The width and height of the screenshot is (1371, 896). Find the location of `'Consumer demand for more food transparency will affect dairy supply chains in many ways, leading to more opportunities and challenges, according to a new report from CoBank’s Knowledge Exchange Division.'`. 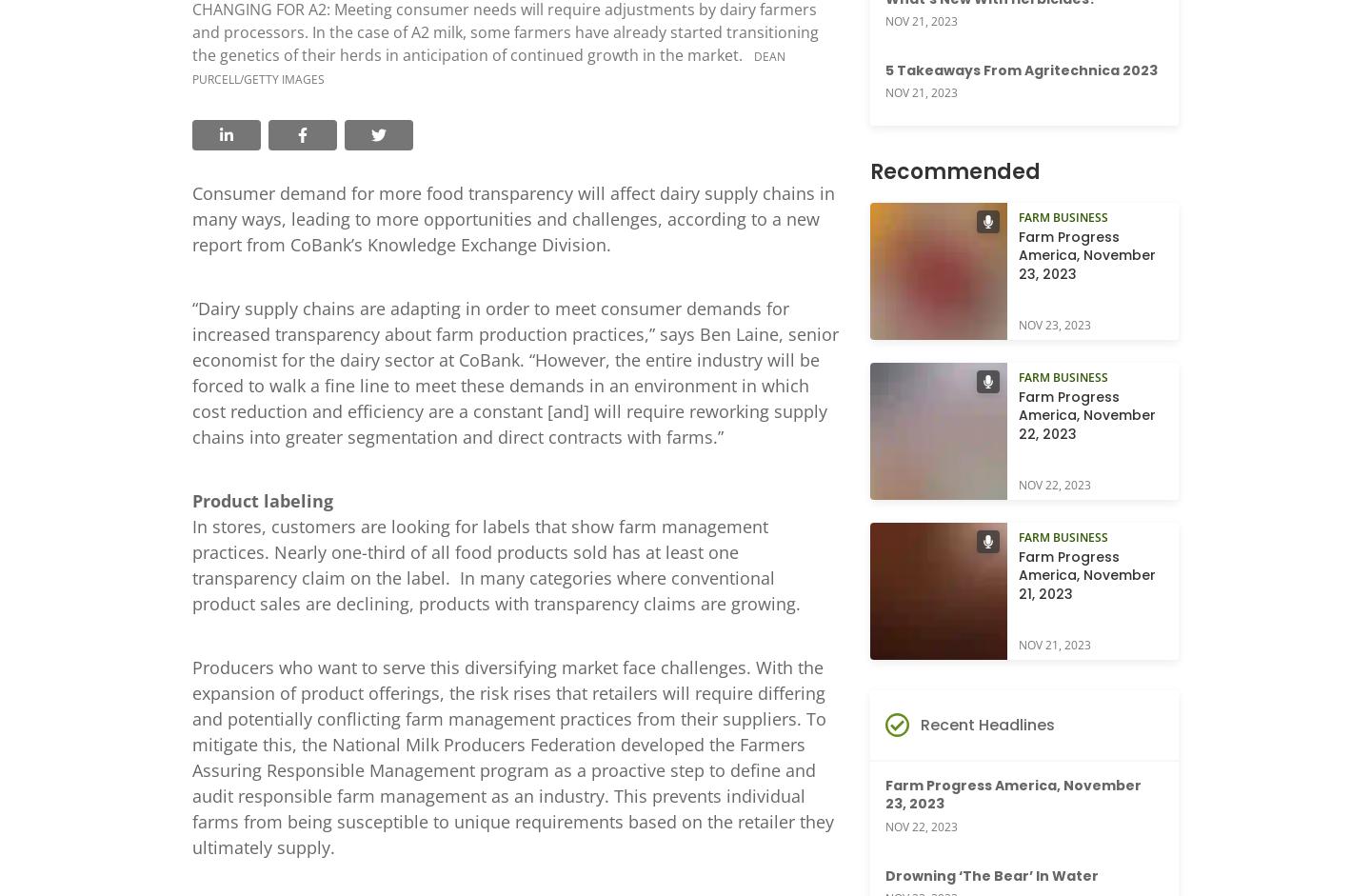

'Consumer demand for more food transparency will affect dairy supply chains in many ways, leading to more opportunities and challenges, according to a new report from CoBank’s Knowledge Exchange Division.' is located at coordinates (192, 217).